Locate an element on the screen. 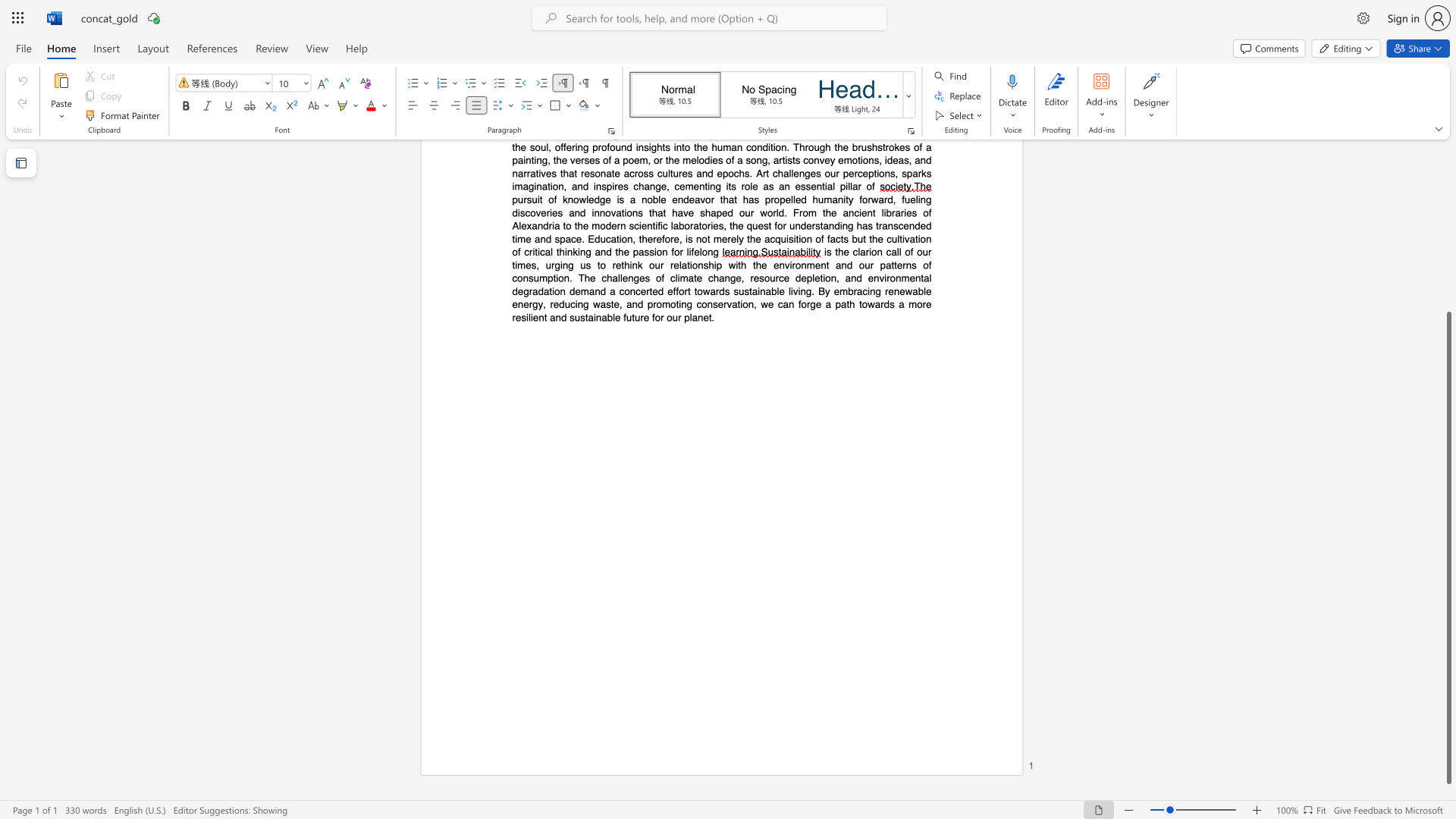 The width and height of the screenshot is (1456, 819). the scrollbar and move down 10 pixels is located at coordinates (1448, 548).